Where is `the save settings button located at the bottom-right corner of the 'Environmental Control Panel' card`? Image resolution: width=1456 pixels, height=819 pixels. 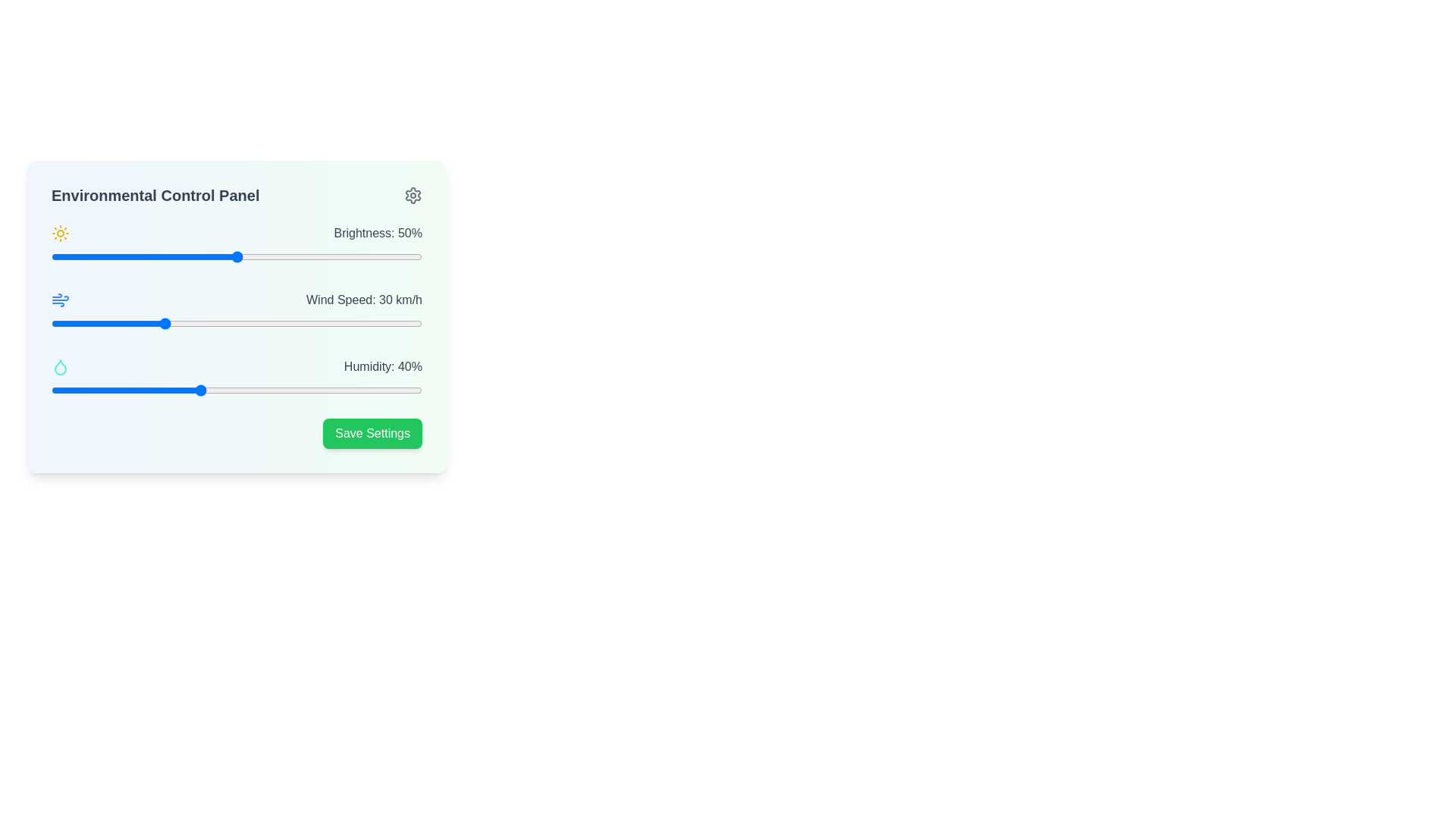 the save settings button located at the bottom-right corner of the 'Environmental Control Panel' card is located at coordinates (372, 433).